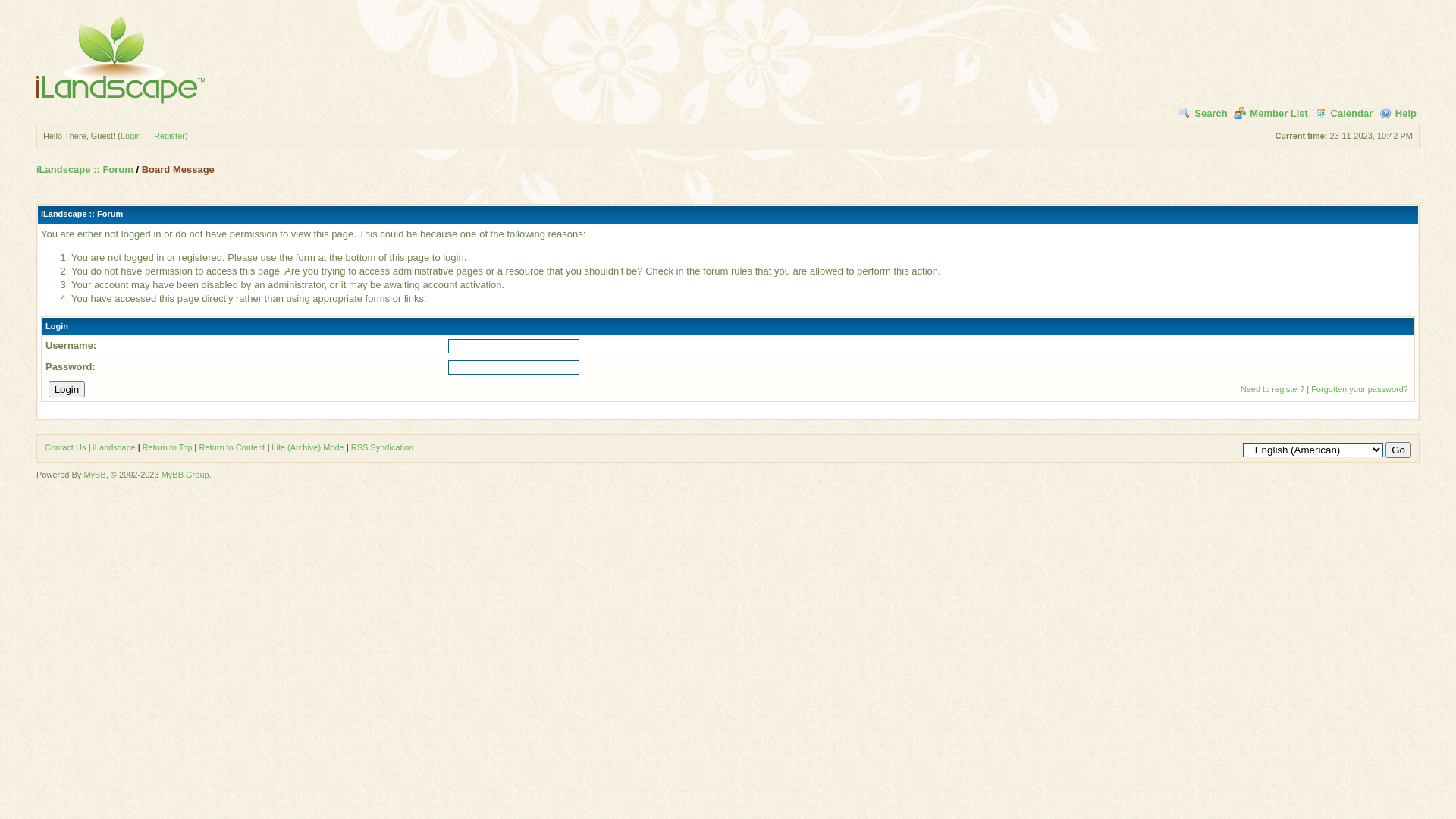 The height and width of the screenshot is (819, 1456). Describe the element at coordinates (1397, 112) in the screenshot. I see `'Help'` at that location.